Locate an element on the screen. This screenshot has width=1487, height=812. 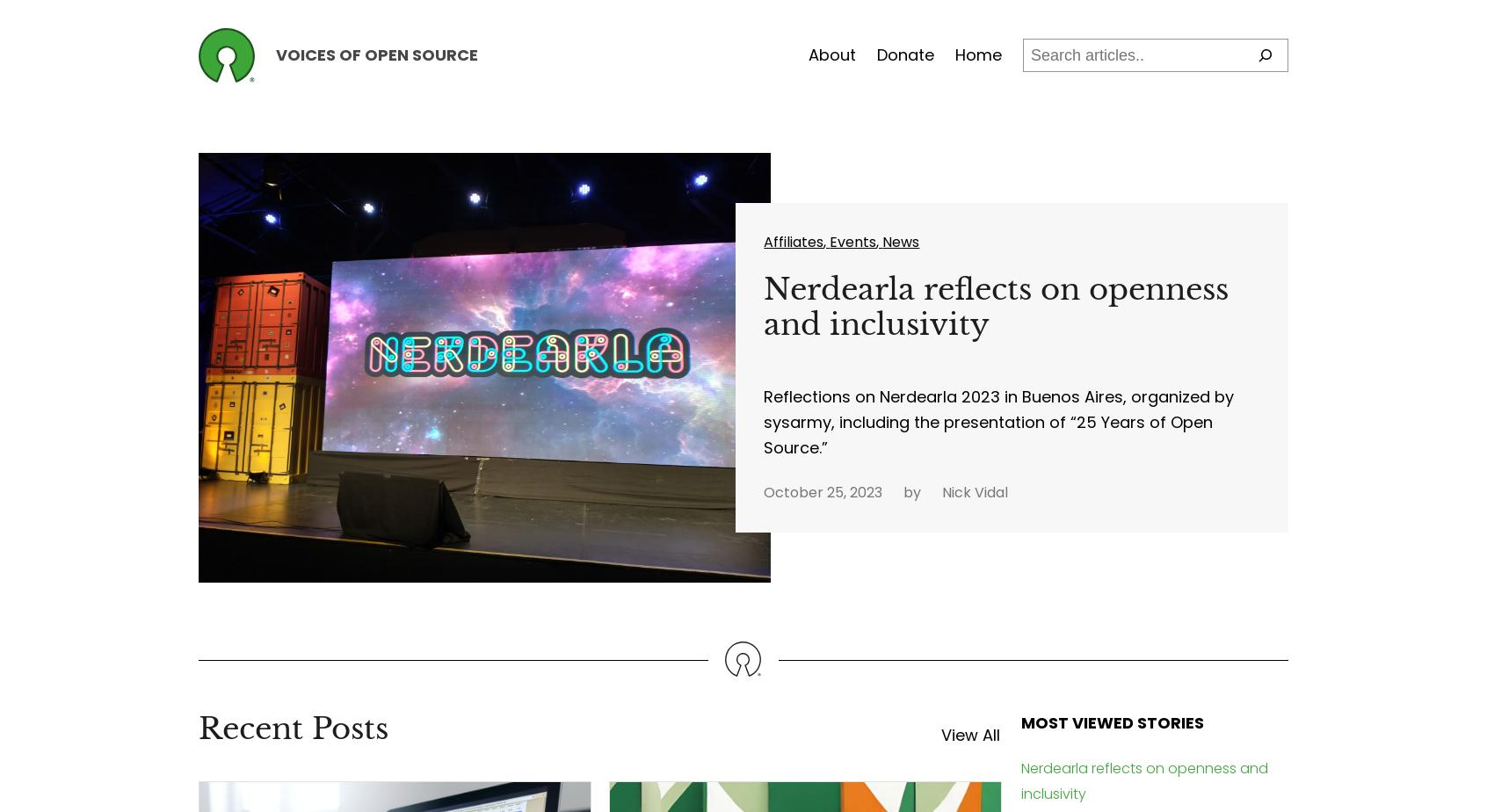
'by' is located at coordinates (911, 492).